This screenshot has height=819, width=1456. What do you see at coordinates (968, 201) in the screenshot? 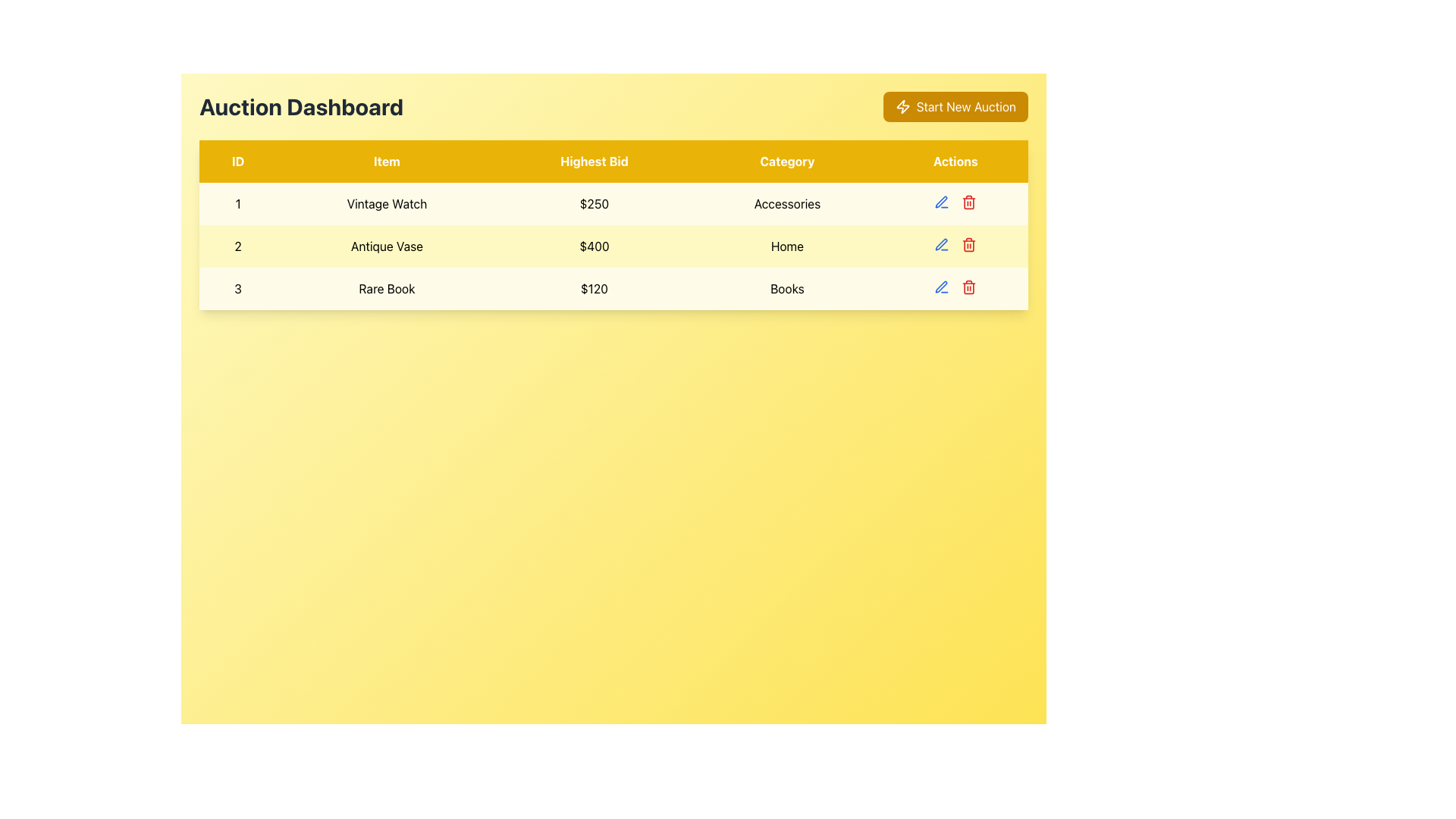
I see `the trash can icon in the 'Actions' column of the first row on the 'Auction Dashboard'` at bounding box center [968, 201].